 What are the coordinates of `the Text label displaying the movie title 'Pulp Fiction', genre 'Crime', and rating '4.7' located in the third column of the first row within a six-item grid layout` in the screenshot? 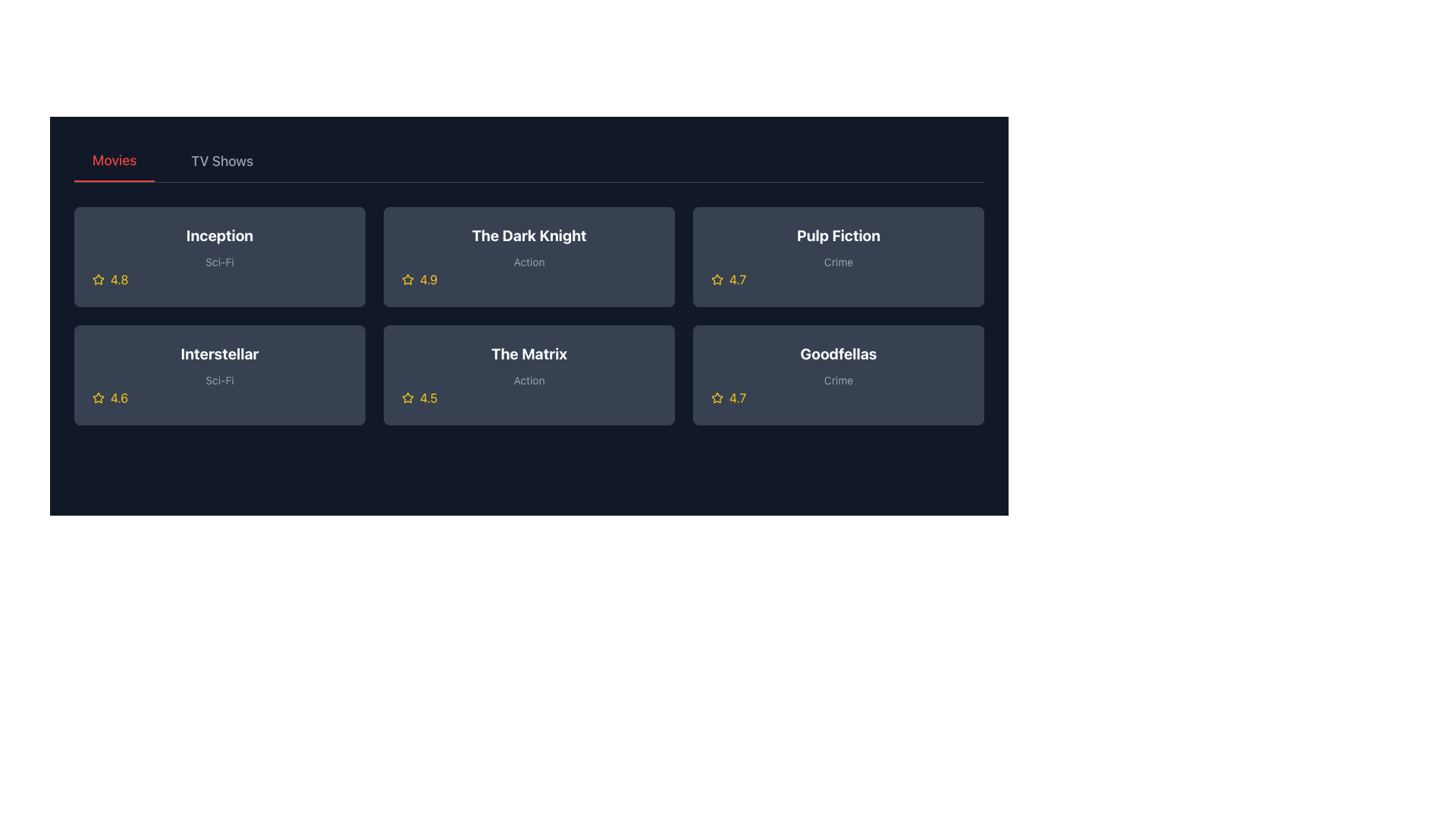 It's located at (837, 247).